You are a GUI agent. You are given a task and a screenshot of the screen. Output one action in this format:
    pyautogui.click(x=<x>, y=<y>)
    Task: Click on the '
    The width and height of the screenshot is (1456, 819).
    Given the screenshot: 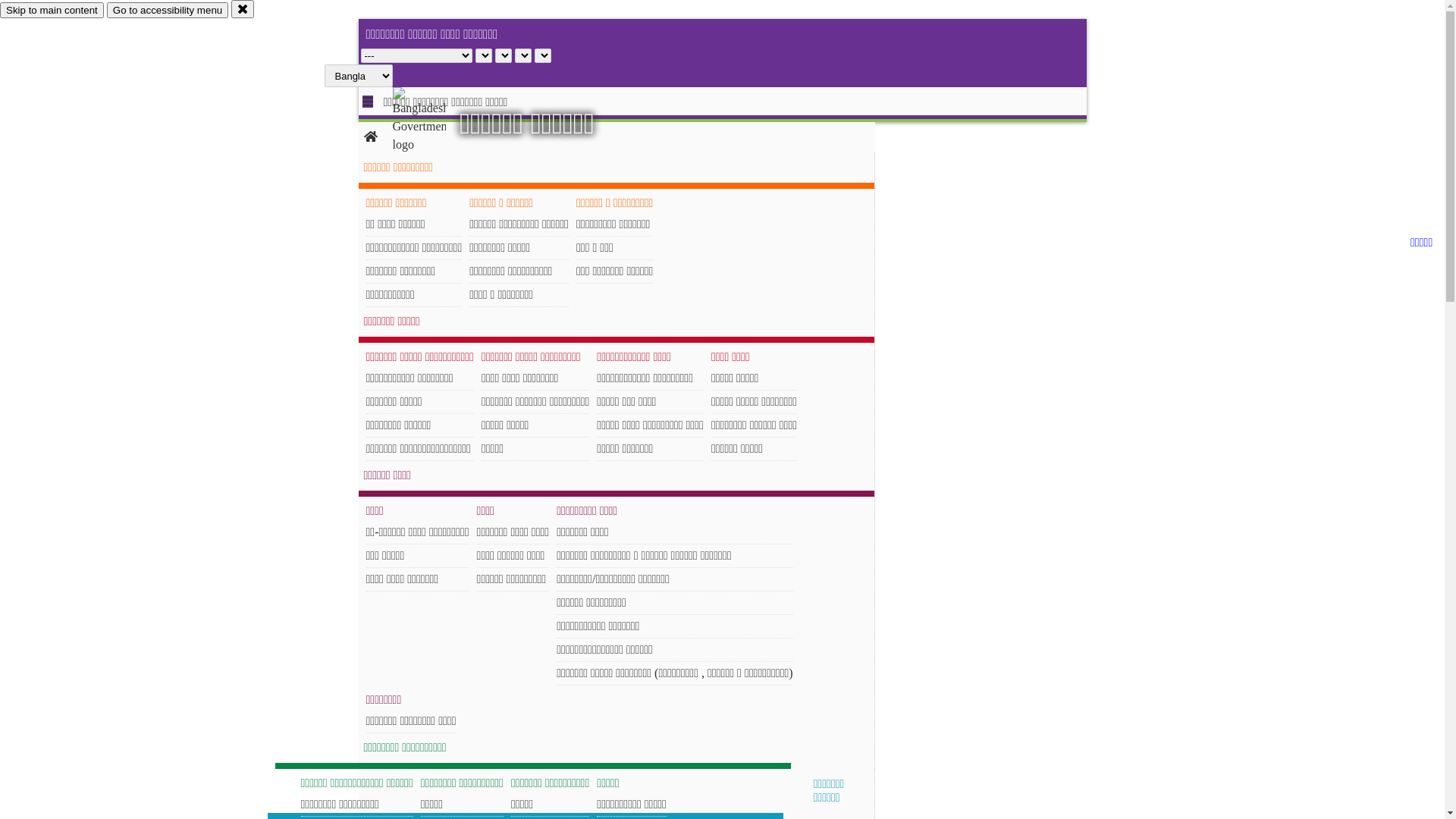 What is the action you would take?
    pyautogui.click(x=431, y=119)
    